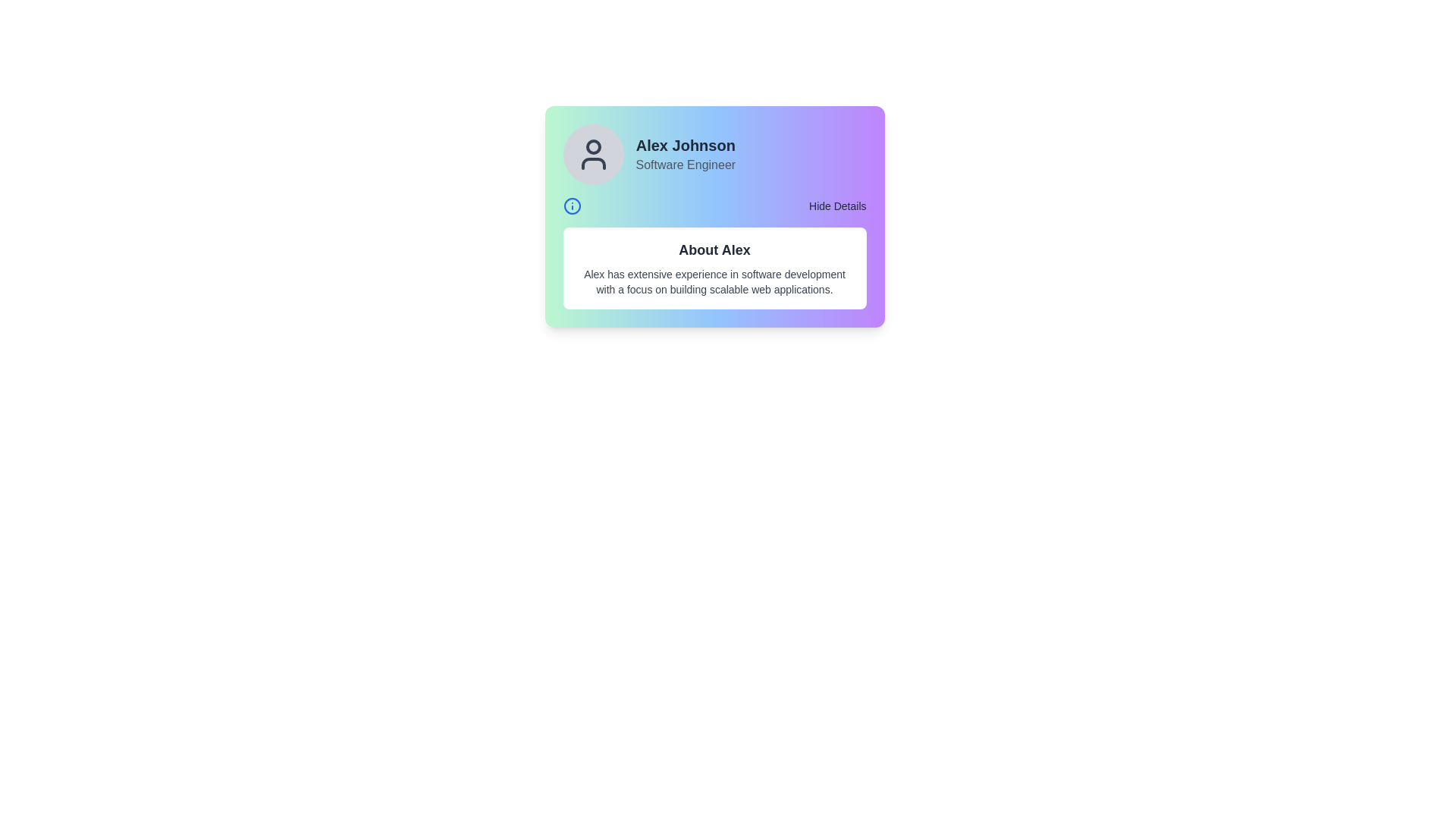 This screenshot has width=1456, height=819. What do you see at coordinates (714, 281) in the screenshot?
I see `static text paragraph that provides descriptive information about Alex's professional experience, located within the 'About Alex' section of the card component` at bounding box center [714, 281].